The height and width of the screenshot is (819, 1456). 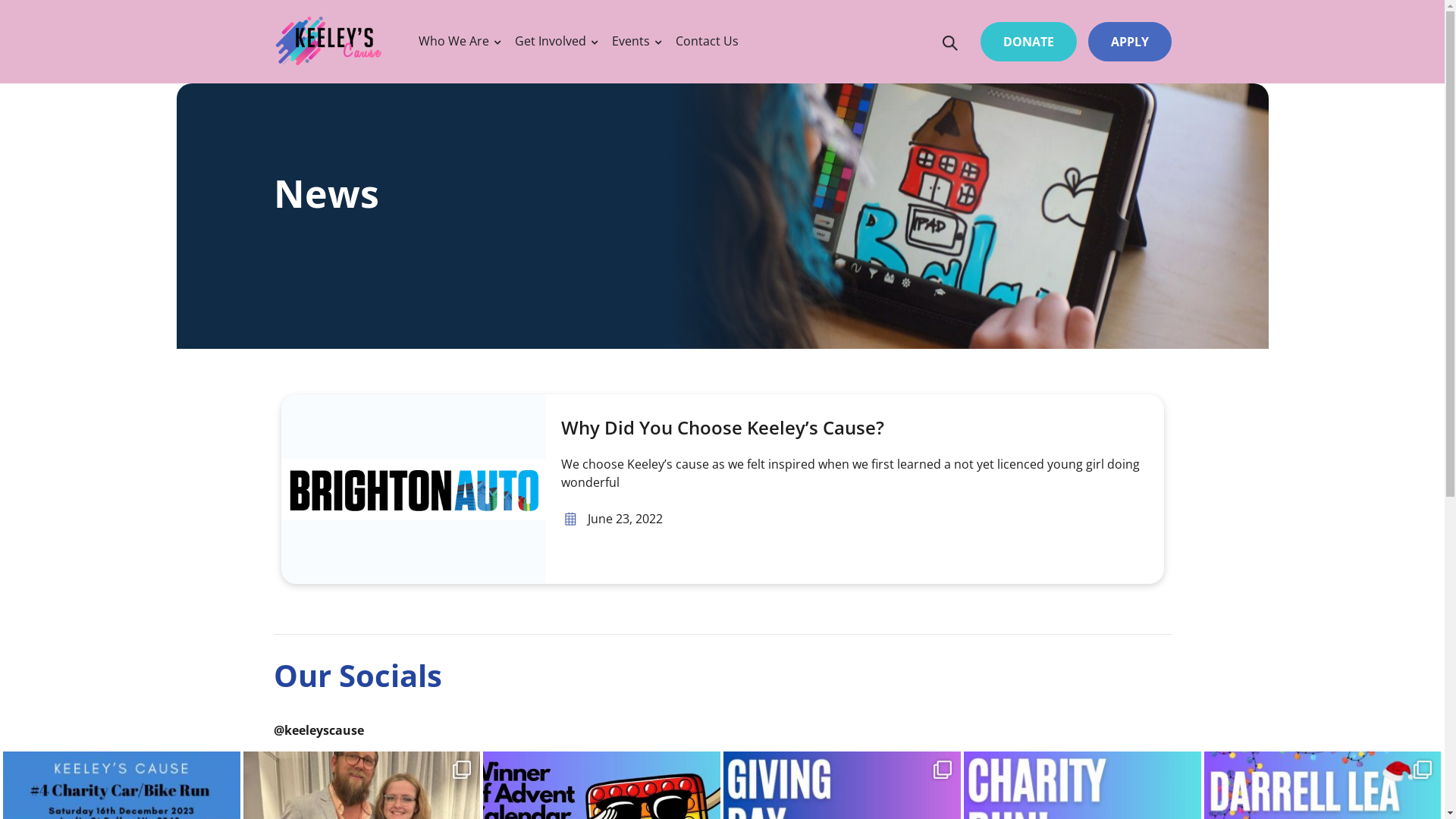 I want to click on 'Contact Us', so click(x=706, y=40).